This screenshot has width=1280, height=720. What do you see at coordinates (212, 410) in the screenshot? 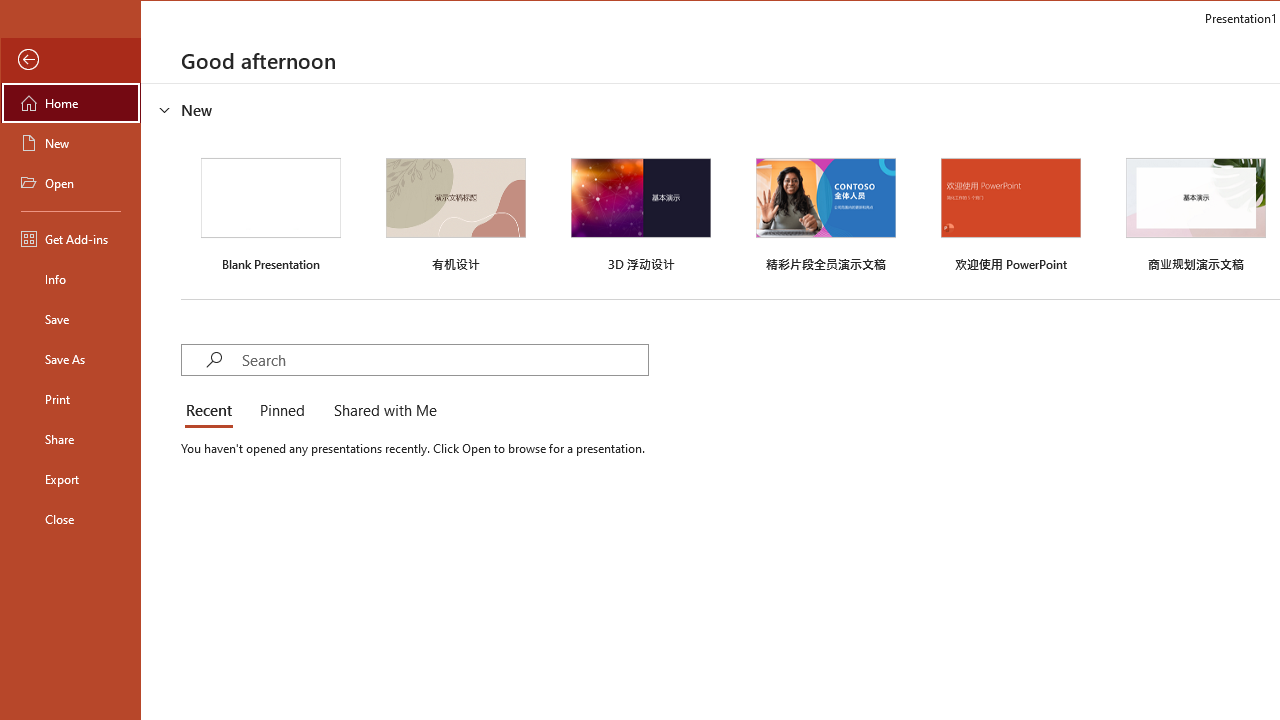
I see `'Recent'` at bounding box center [212, 410].